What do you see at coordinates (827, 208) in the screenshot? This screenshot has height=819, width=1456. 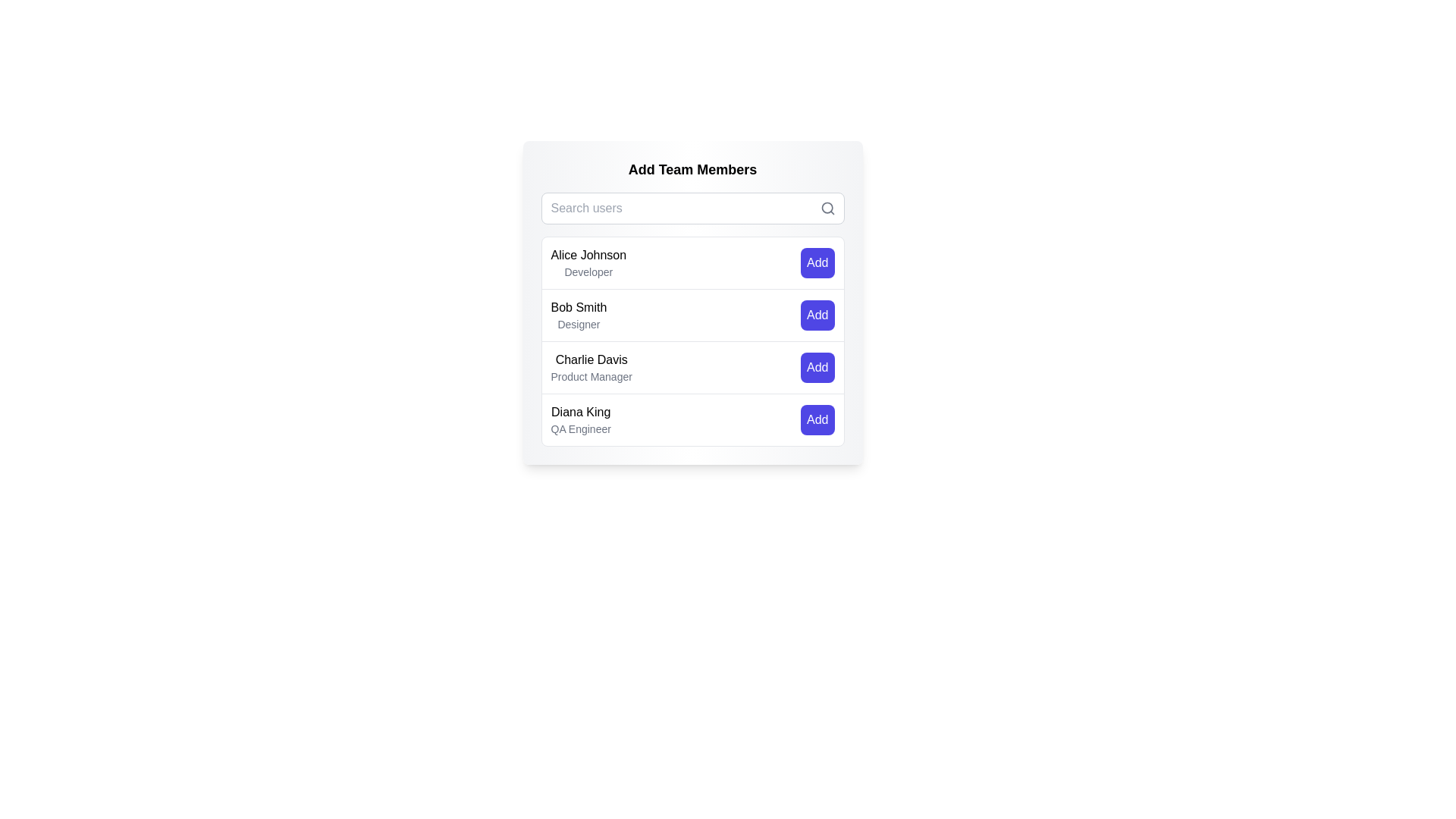 I see `the search icon button located at the far right of the search input field` at bounding box center [827, 208].